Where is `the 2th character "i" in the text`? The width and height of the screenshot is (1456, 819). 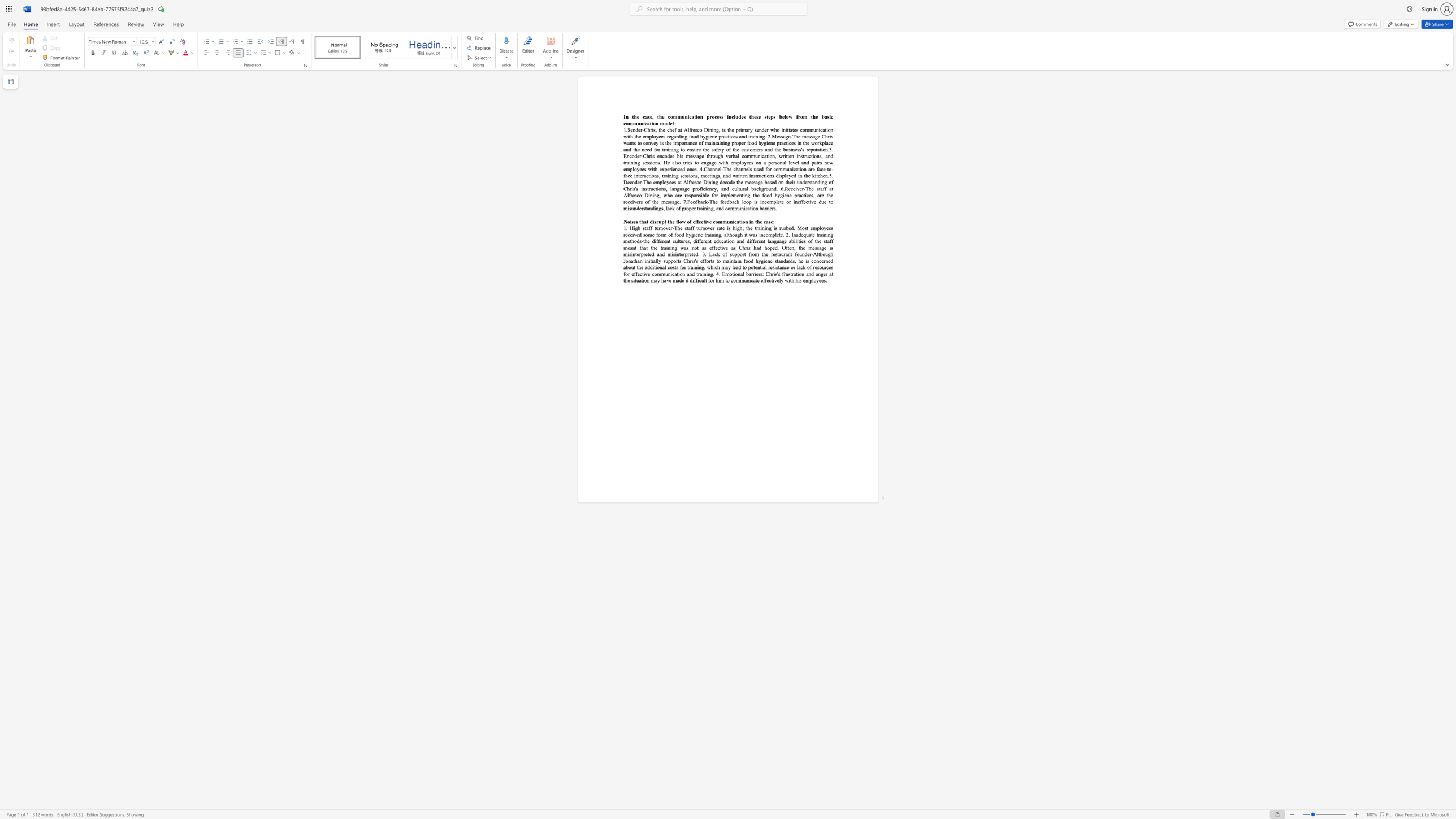
the 2th character "i" in the text is located at coordinates (705, 188).